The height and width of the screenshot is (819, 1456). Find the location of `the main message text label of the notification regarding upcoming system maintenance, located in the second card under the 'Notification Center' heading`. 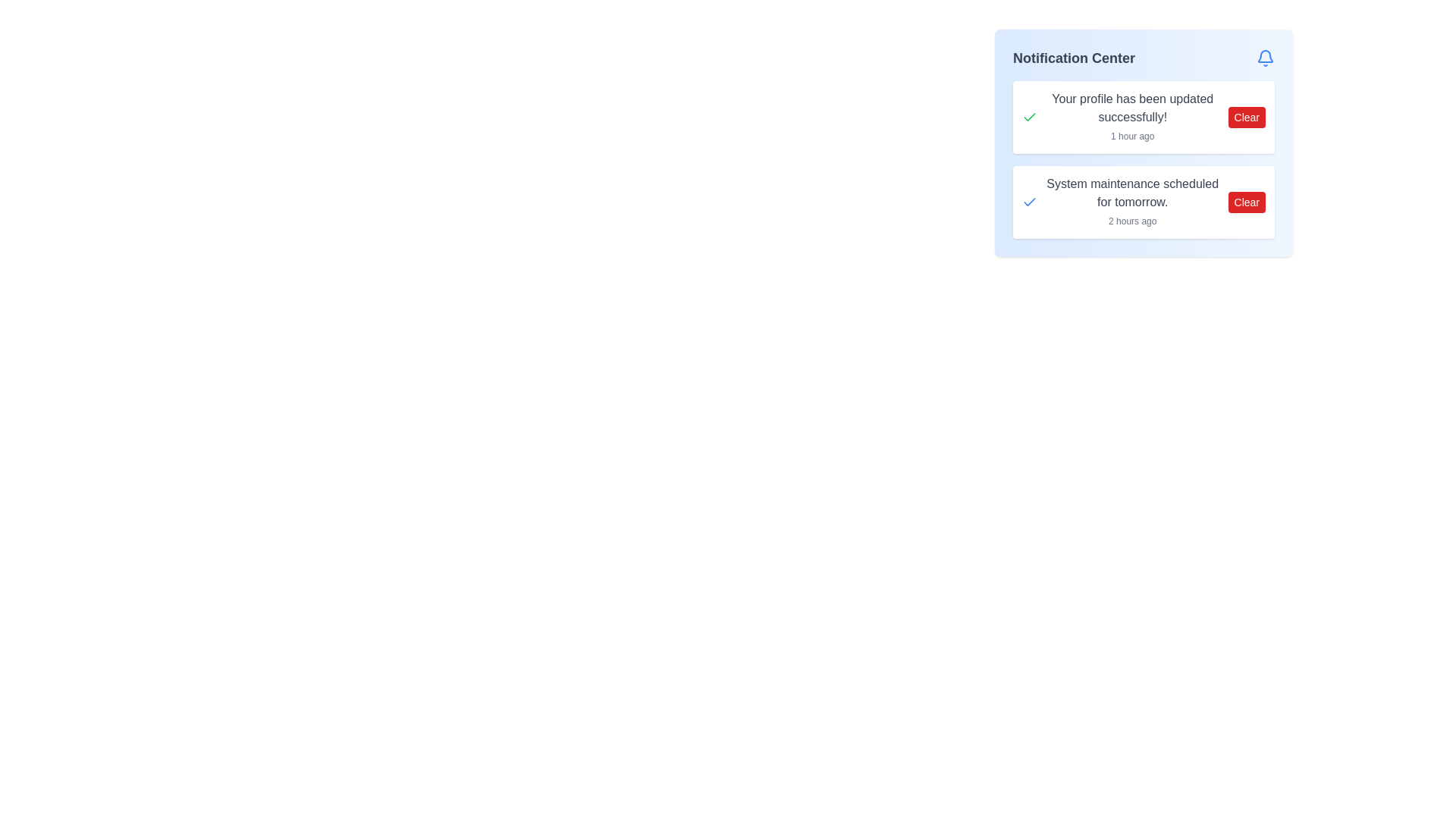

the main message text label of the notification regarding upcoming system maintenance, located in the second card under the 'Notification Center' heading is located at coordinates (1132, 192).